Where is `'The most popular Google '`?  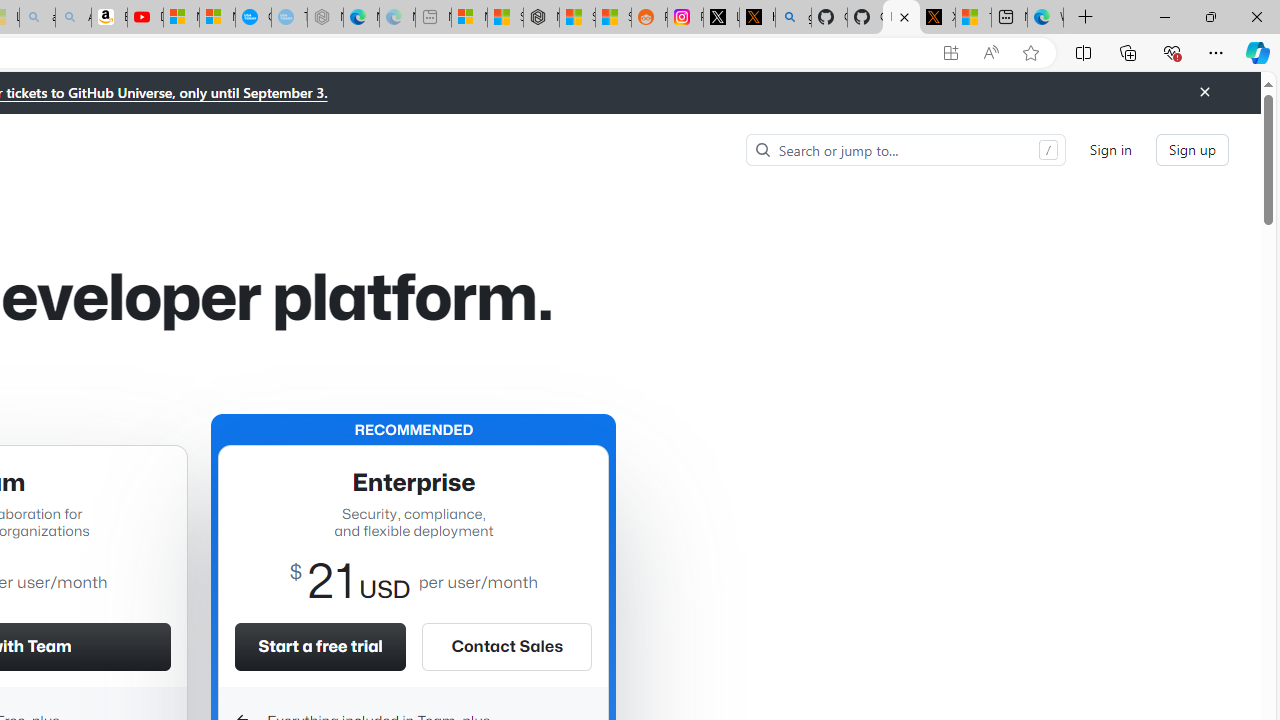 'The most popular Google ' is located at coordinates (288, 17).